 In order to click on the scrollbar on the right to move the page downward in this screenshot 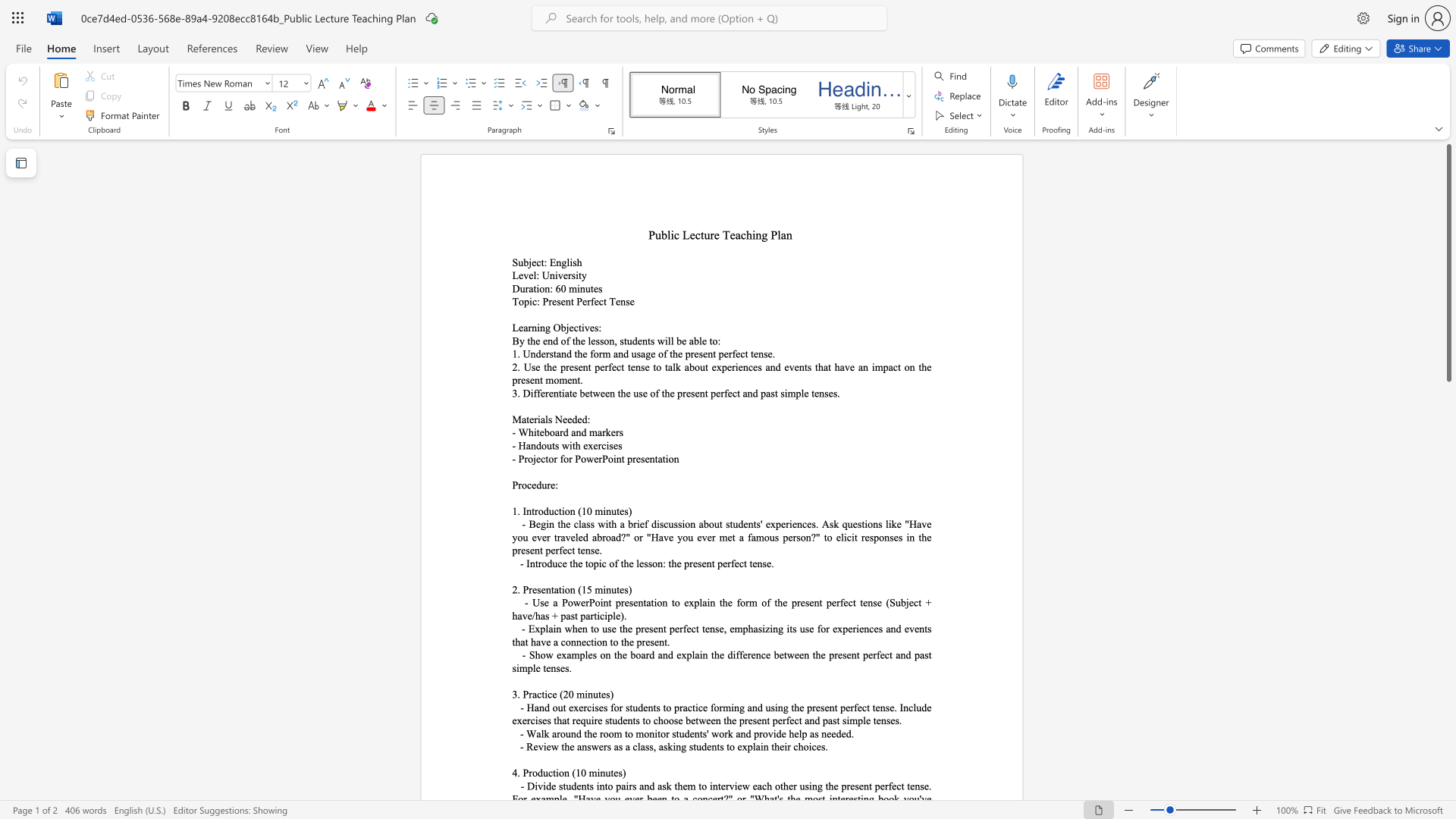, I will do `click(1448, 698)`.